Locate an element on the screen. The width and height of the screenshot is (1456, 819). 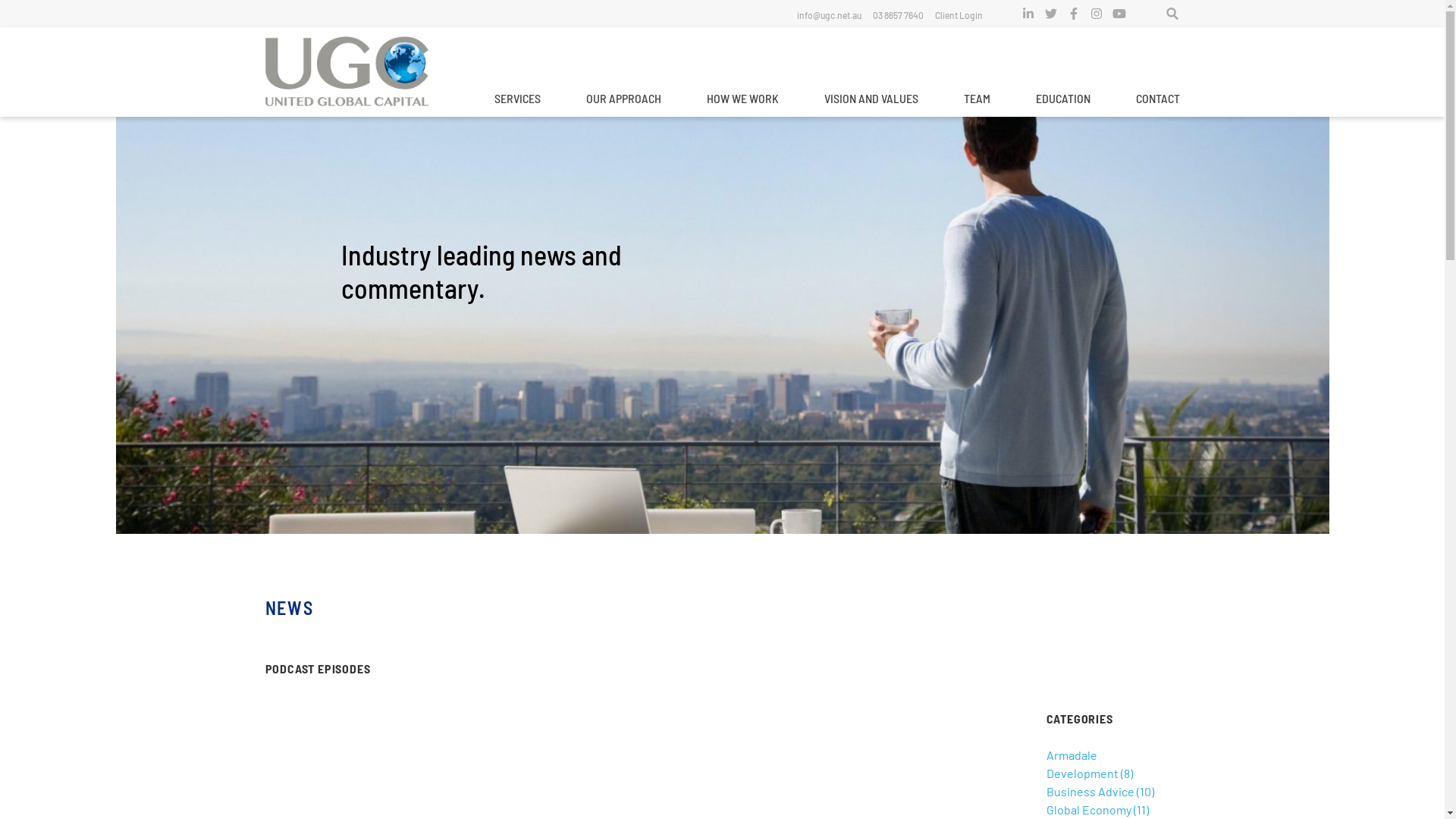
'View United Global Capital's Facebook Page' is located at coordinates (1073, 14).